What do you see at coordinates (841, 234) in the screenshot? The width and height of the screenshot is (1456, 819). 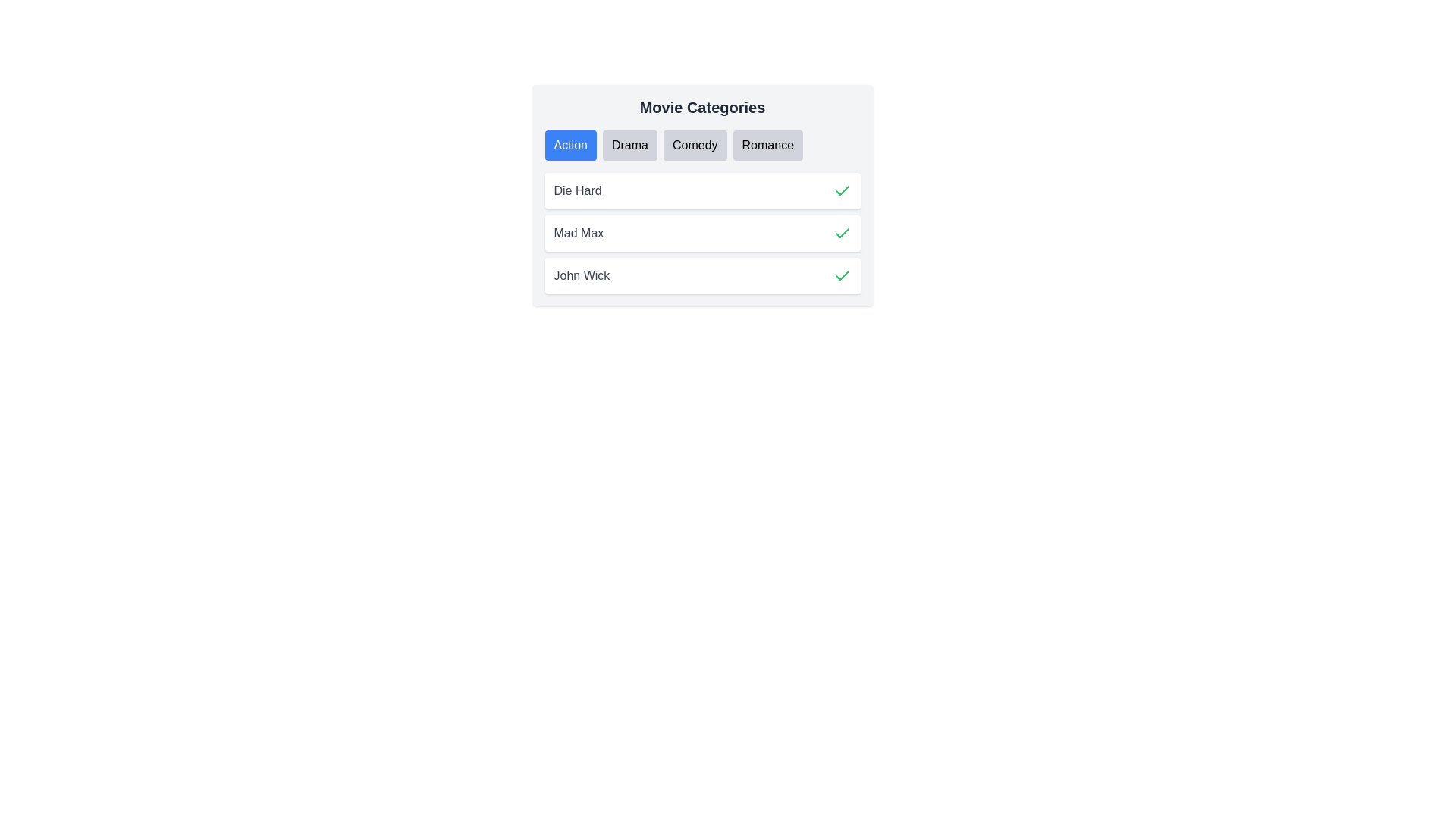 I see `the icon representing the selected state for the movie title 'Mad Max'` at bounding box center [841, 234].